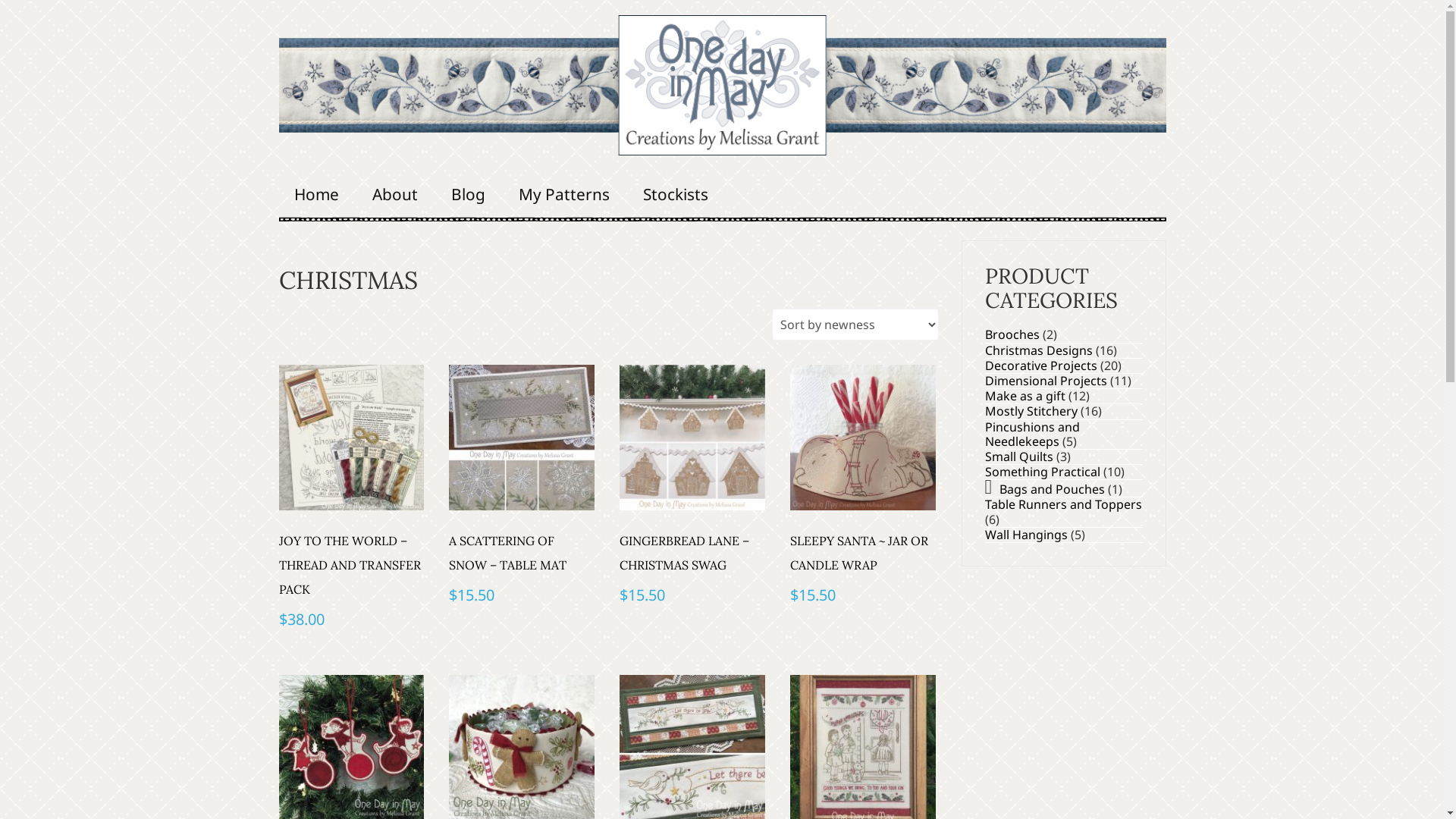  What do you see at coordinates (722, 85) in the screenshot?
I see `'Creations By Melissa Grant'` at bounding box center [722, 85].